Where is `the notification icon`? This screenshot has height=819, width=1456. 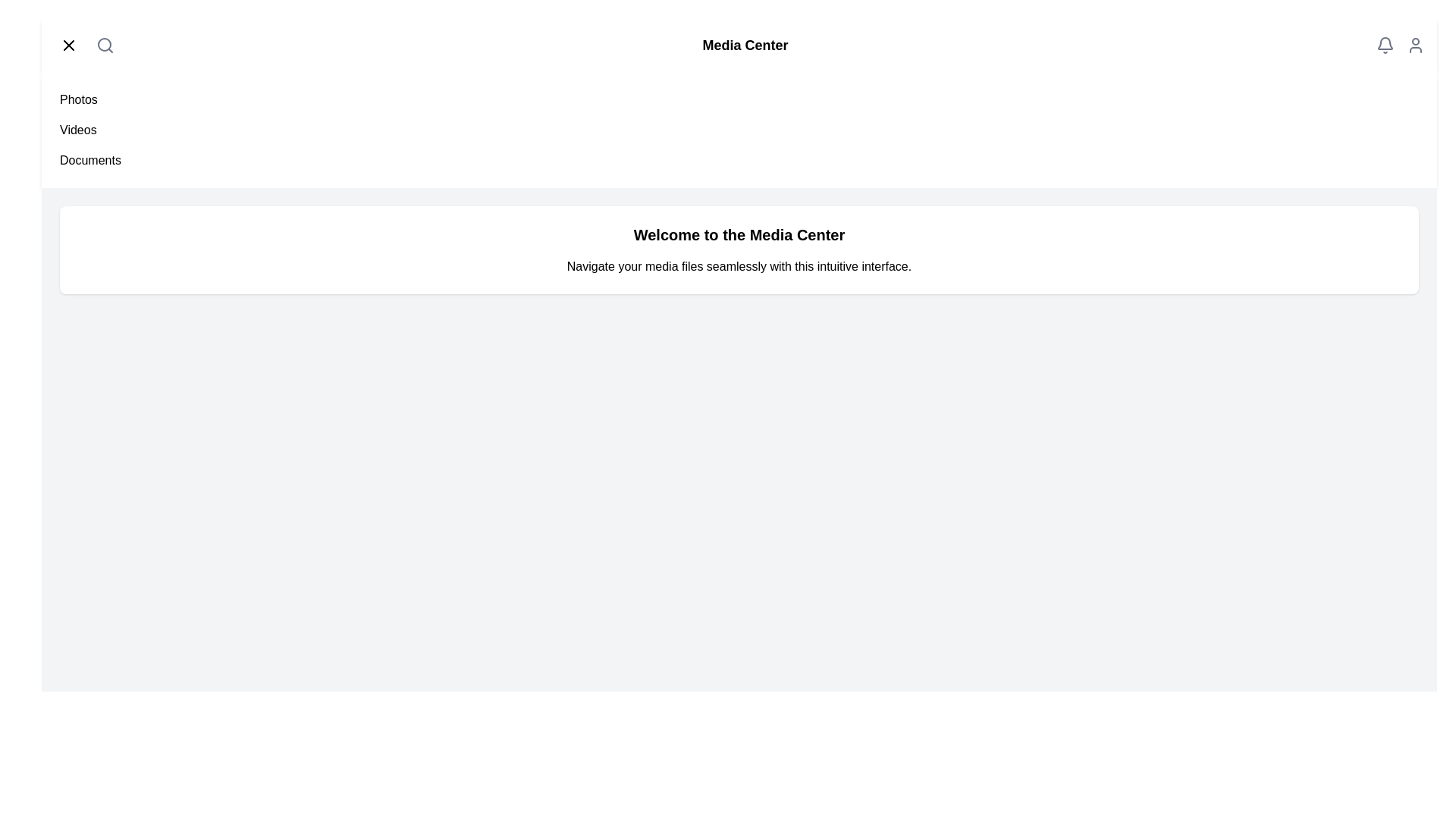
the notification icon is located at coordinates (1385, 45).